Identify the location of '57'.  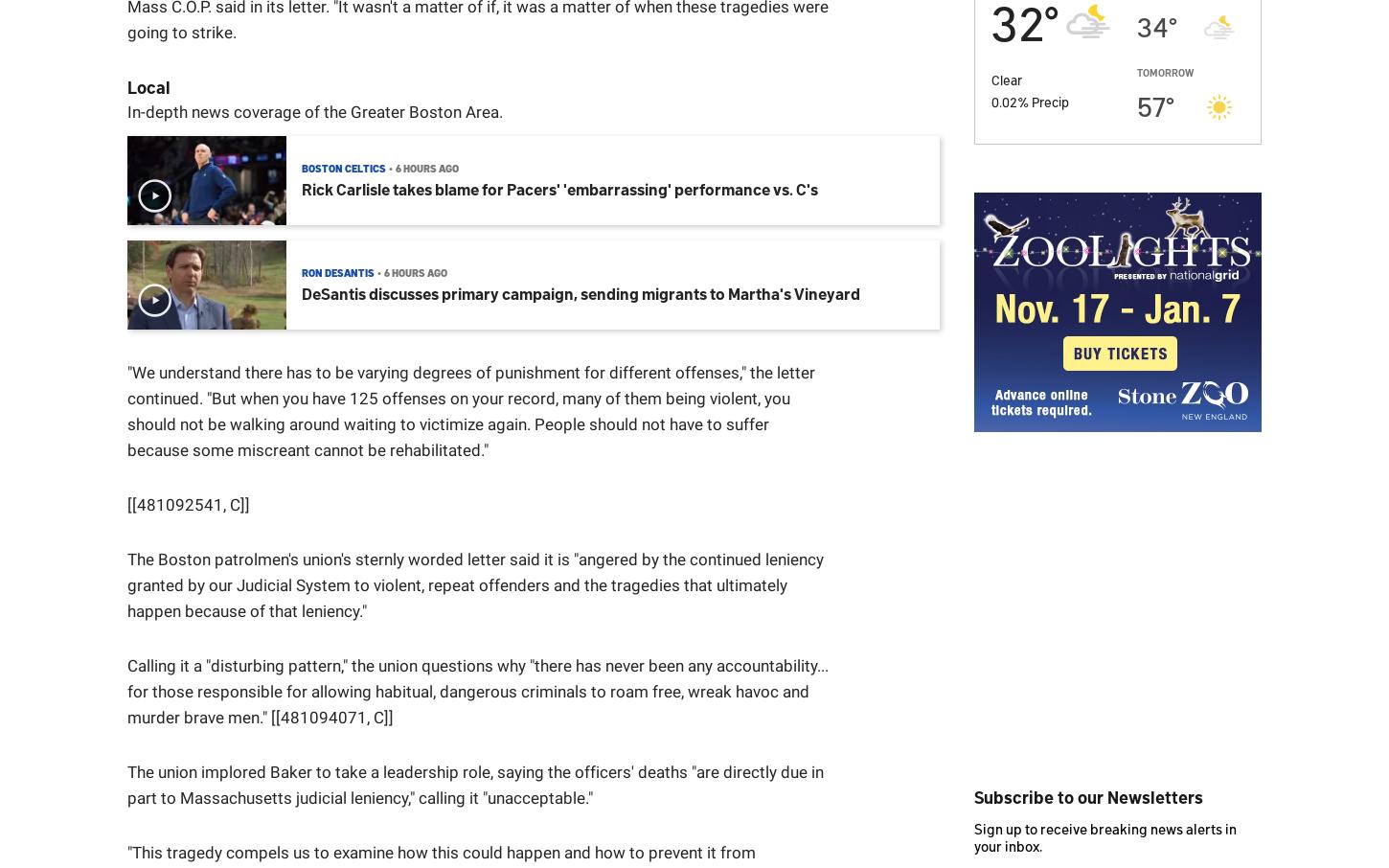
(1150, 103).